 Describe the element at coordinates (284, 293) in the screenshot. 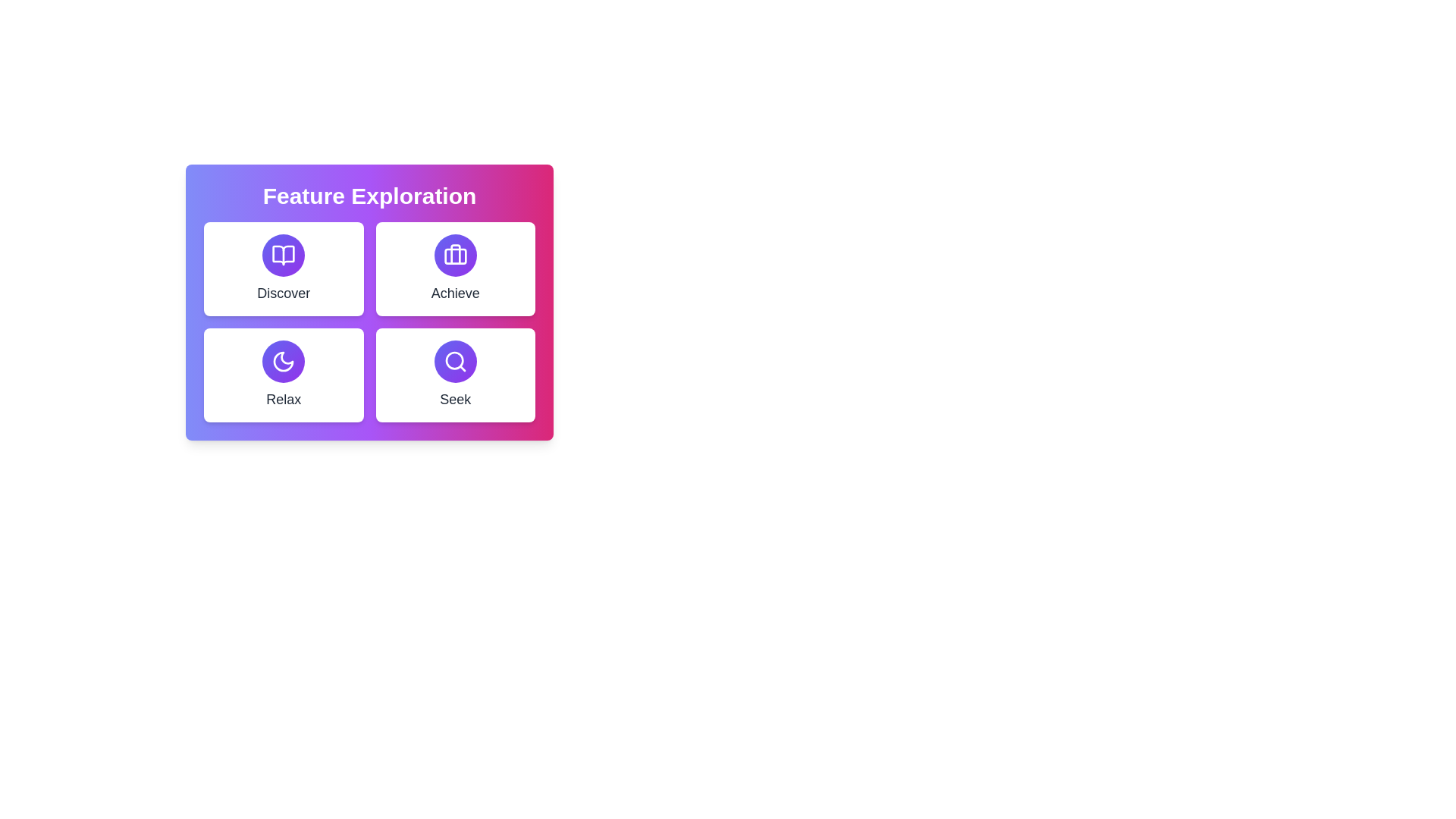

I see `the informational text label 'Discover' located in the top-left card of the 2x2 grid, which serves as a title or description for its associated feature` at that location.